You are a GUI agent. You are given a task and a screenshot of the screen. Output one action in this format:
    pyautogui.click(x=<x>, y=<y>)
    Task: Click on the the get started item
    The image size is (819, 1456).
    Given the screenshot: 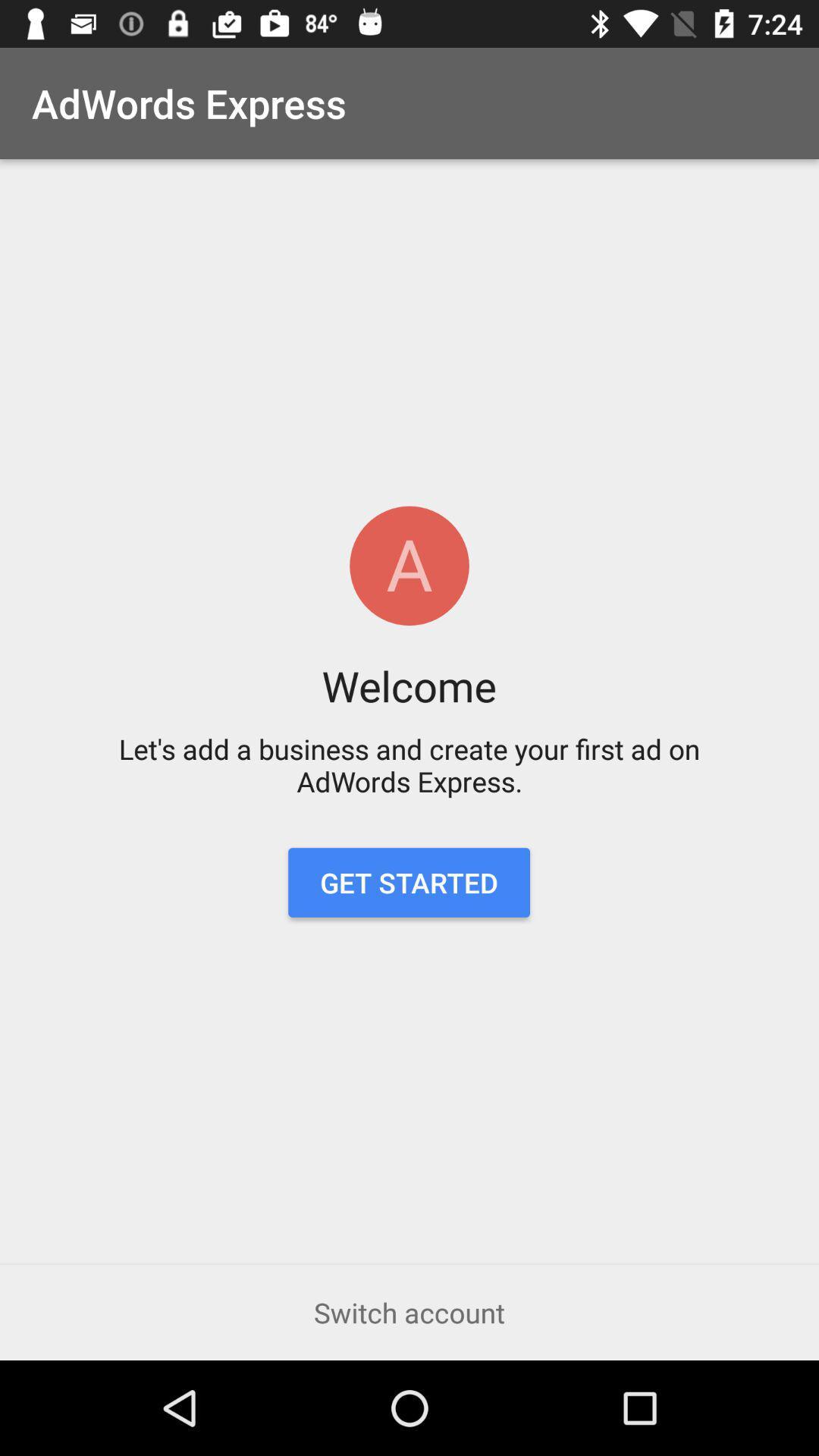 What is the action you would take?
    pyautogui.click(x=408, y=883)
    